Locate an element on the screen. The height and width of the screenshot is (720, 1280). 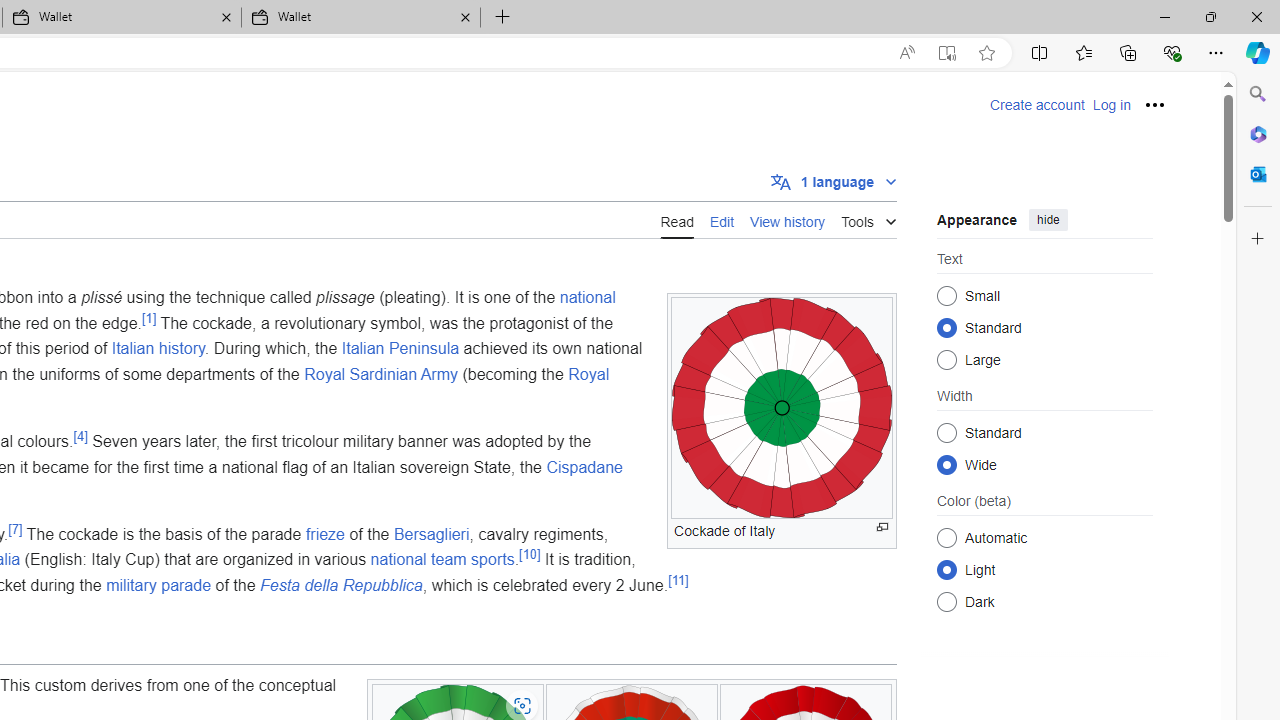
'Edit' is located at coordinates (720, 219).